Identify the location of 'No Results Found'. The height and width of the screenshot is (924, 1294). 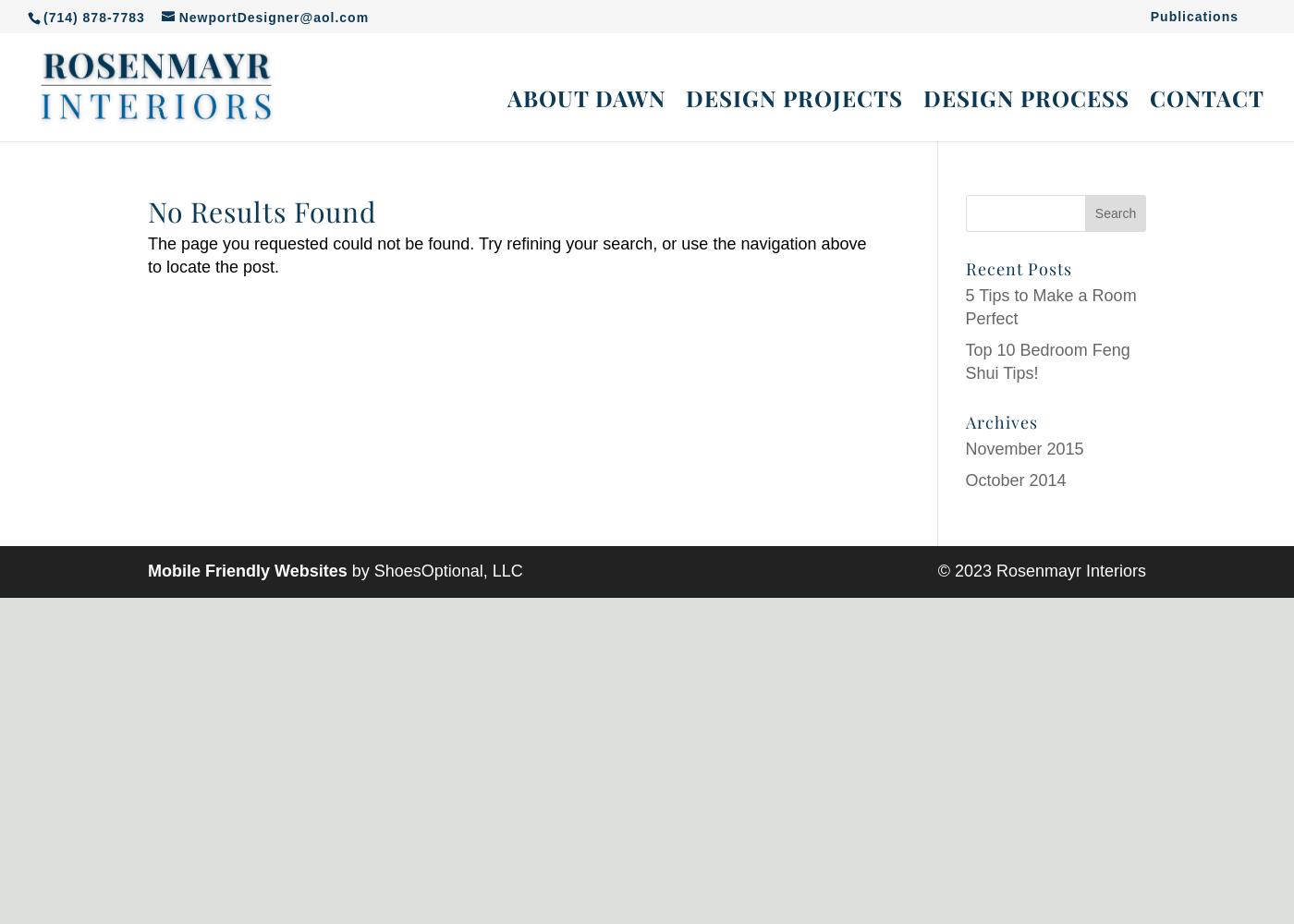
(262, 211).